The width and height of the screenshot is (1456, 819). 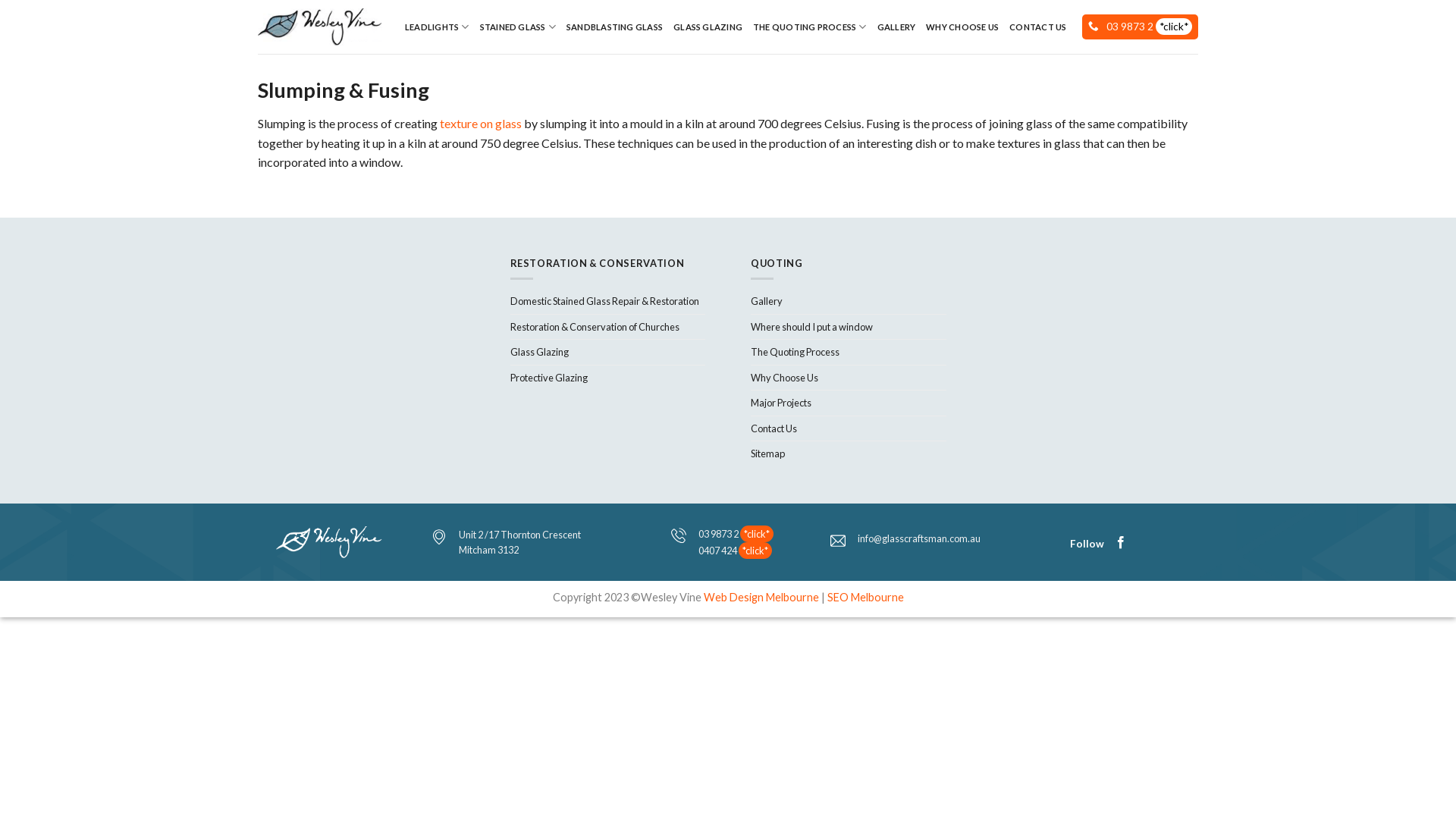 What do you see at coordinates (319, 27) in the screenshot?
I see `'Leadlight Windows'` at bounding box center [319, 27].